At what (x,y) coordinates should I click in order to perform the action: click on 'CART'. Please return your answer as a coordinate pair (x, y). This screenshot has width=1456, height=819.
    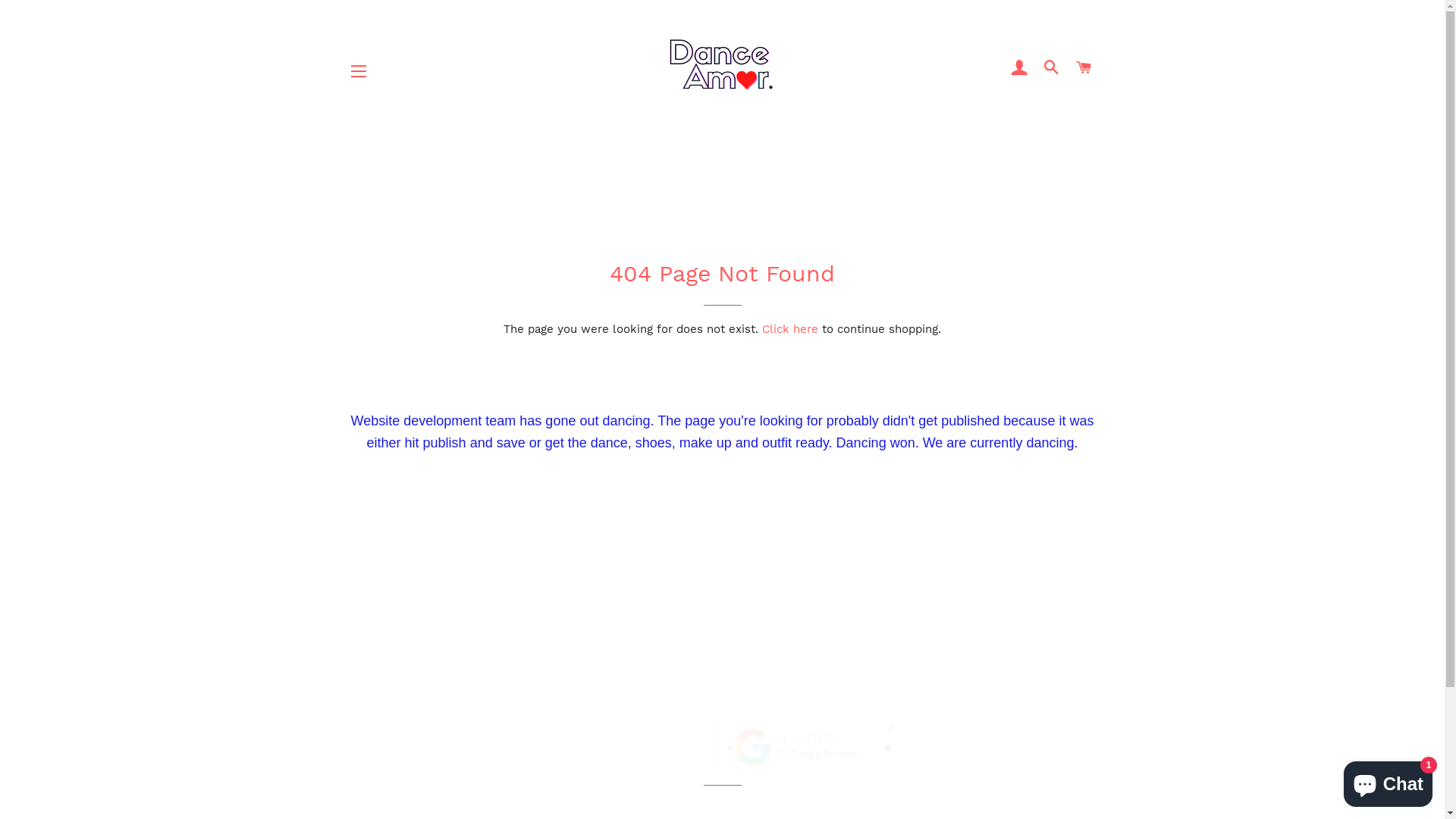
    Looking at the image, I should click on (1083, 67).